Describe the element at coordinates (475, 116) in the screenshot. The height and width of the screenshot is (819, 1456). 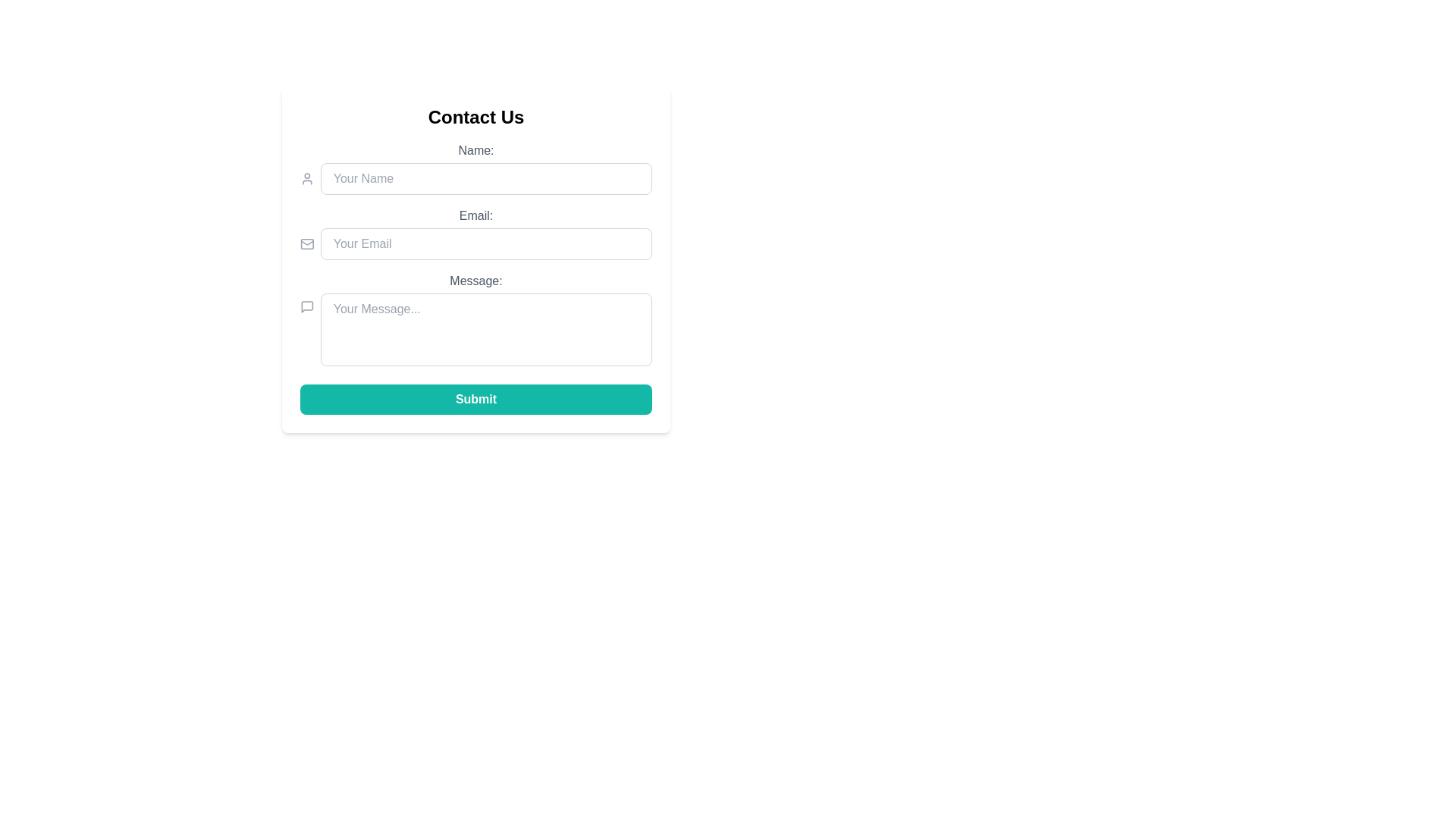
I see `text heading 'Contact Us' which is styled in a bold, large font and is positioned at the top of the form component` at that location.